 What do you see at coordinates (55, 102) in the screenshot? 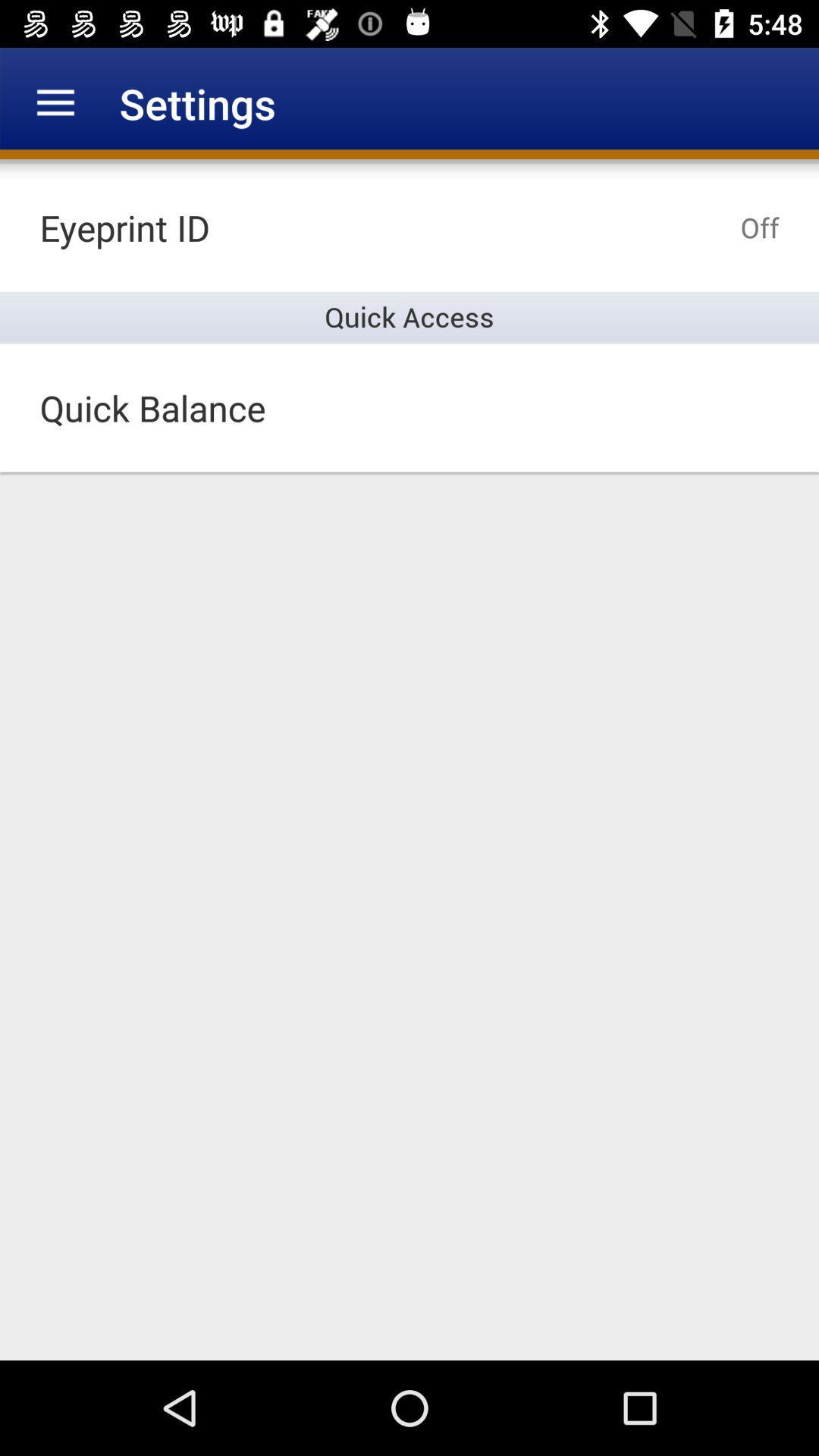
I see `item to the left of the settings icon` at bounding box center [55, 102].